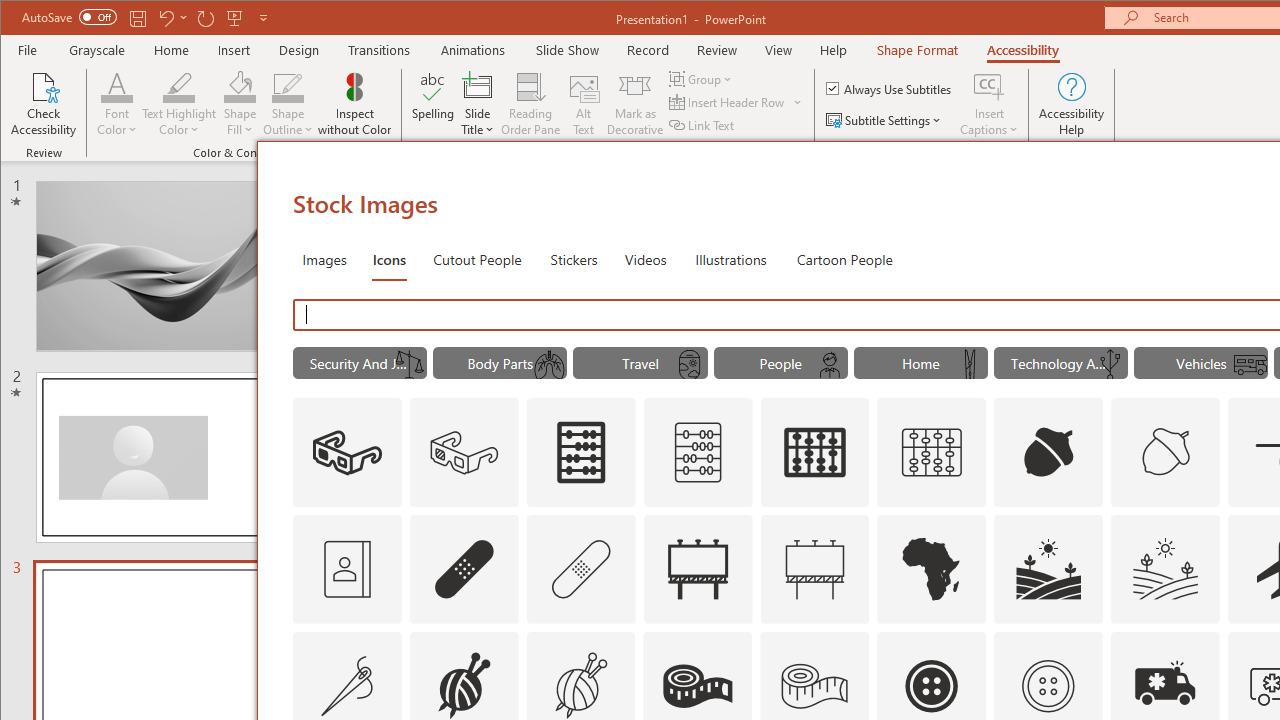 The width and height of the screenshot is (1280, 720). What do you see at coordinates (346, 452) in the screenshot?
I see `'AutomationID: Icons_3dGlasses'` at bounding box center [346, 452].